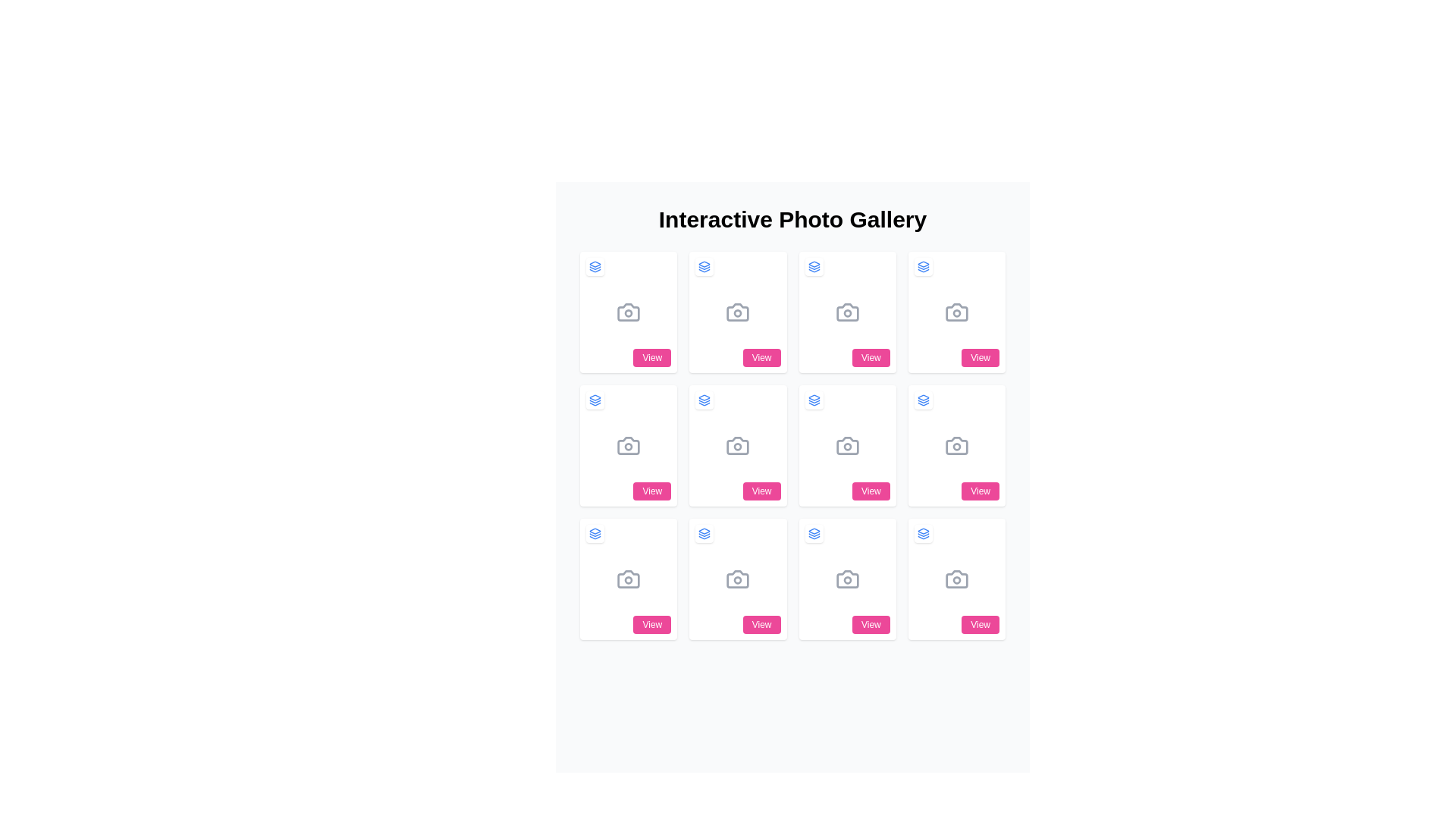 Image resolution: width=1456 pixels, height=819 pixels. Describe the element at coordinates (846, 444) in the screenshot. I see `the seventh card in the grid layout, which features a camera icon, a blue badge, and a pink 'View' button` at that location.